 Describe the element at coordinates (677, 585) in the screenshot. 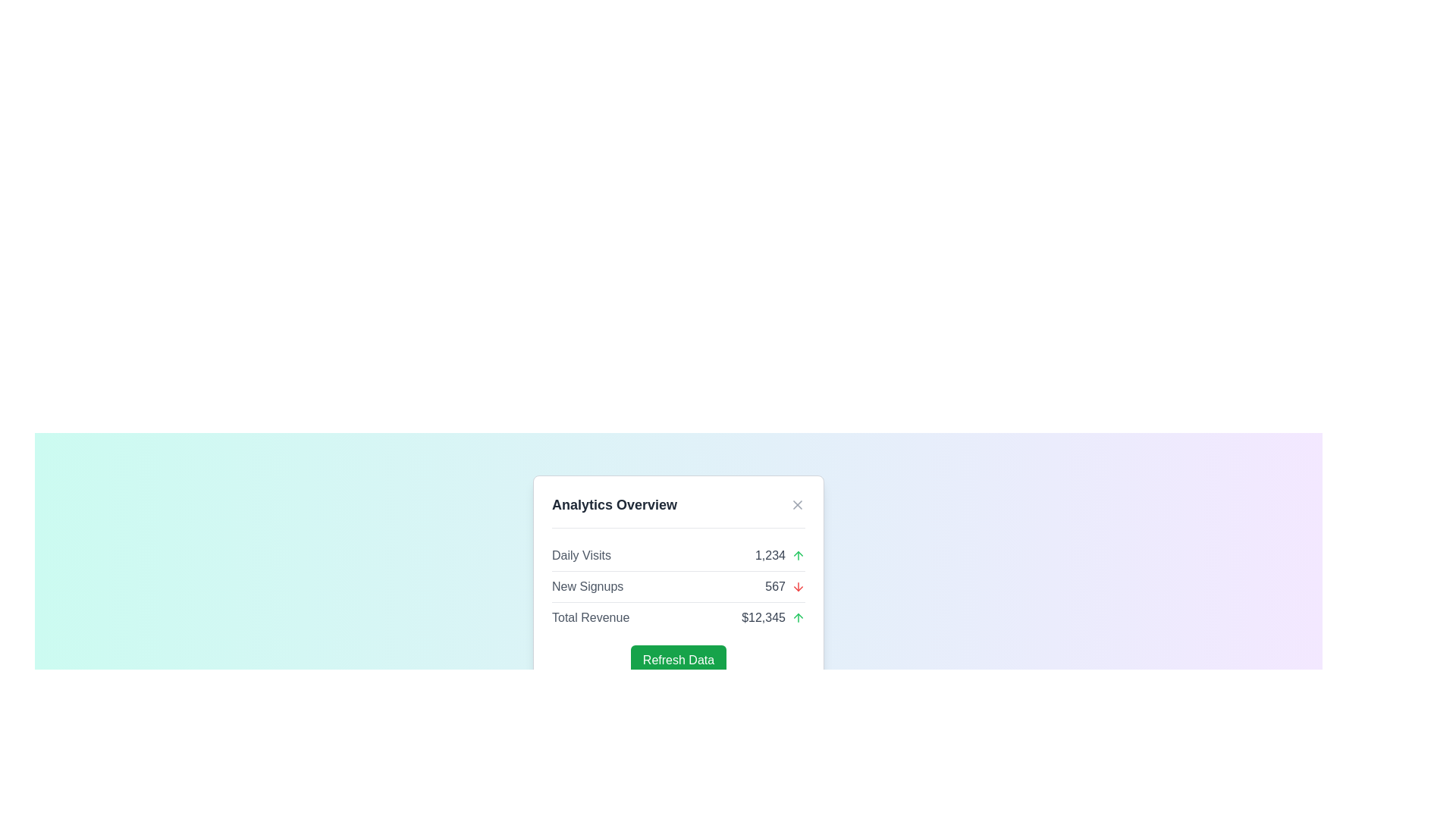

I see `the DataRow that displays the number of new signups, located as the second row in the card body, below 'Daily Visits' and above 'Total Revenue', and centrally aligned in the card` at that location.